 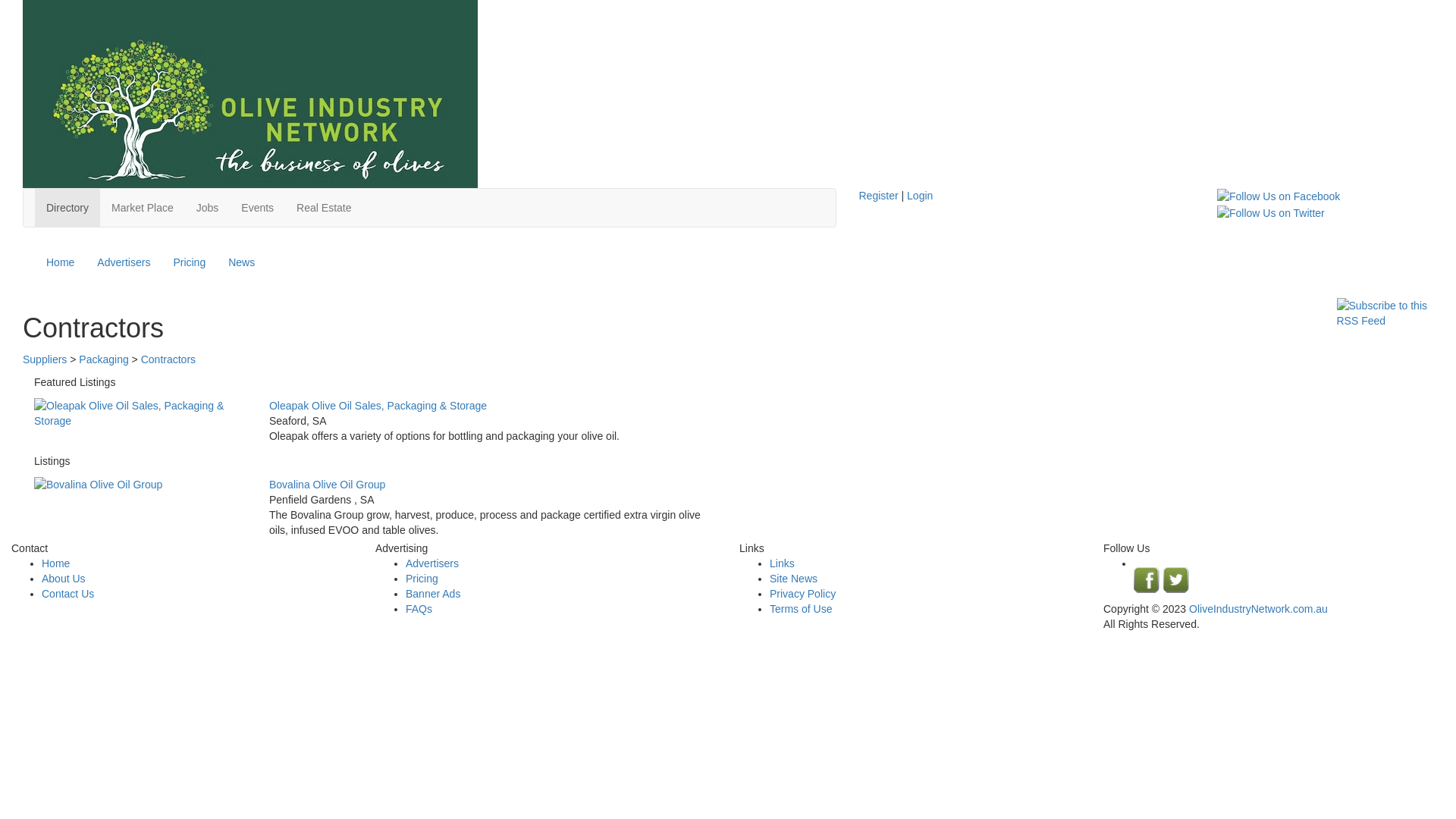 I want to click on 'OliveIndustryNetwork.com.au', so click(x=1188, y=607).